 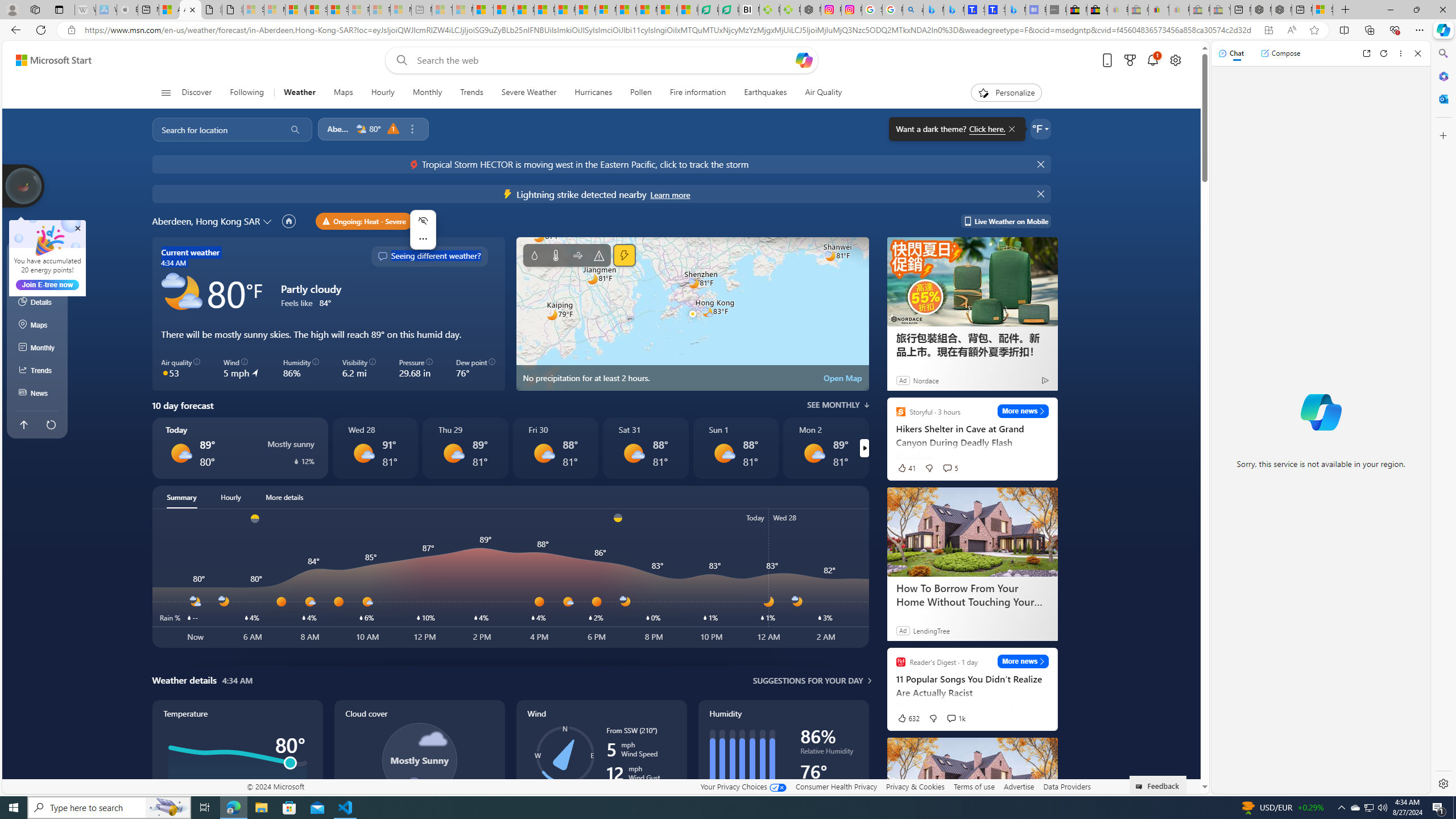 What do you see at coordinates (823, 92) in the screenshot?
I see `'Air Quality'` at bounding box center [823, 92].